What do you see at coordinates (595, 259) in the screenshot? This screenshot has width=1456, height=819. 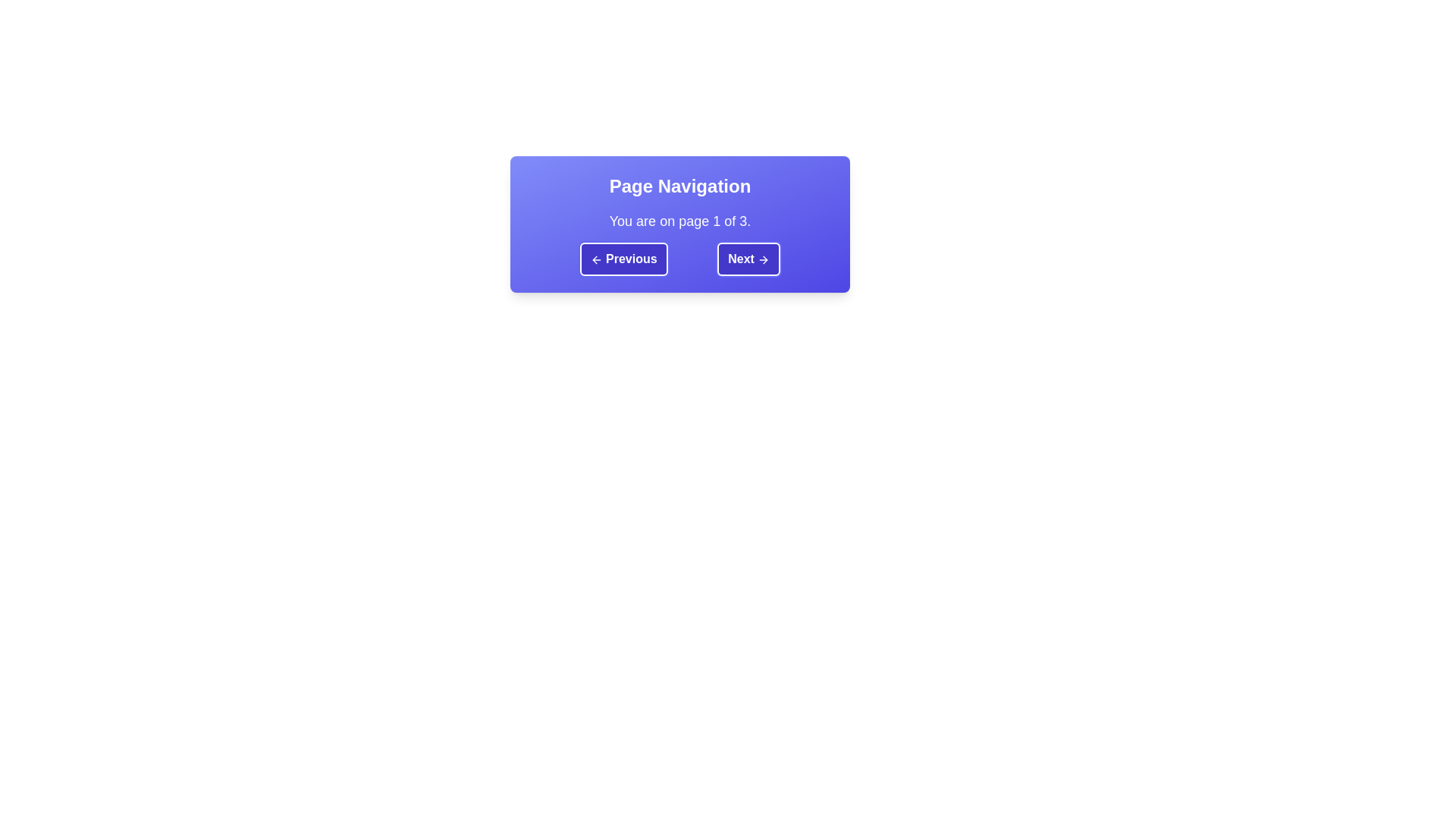 I see `the 'Previous' button icon` at bounding box center [595, 259].